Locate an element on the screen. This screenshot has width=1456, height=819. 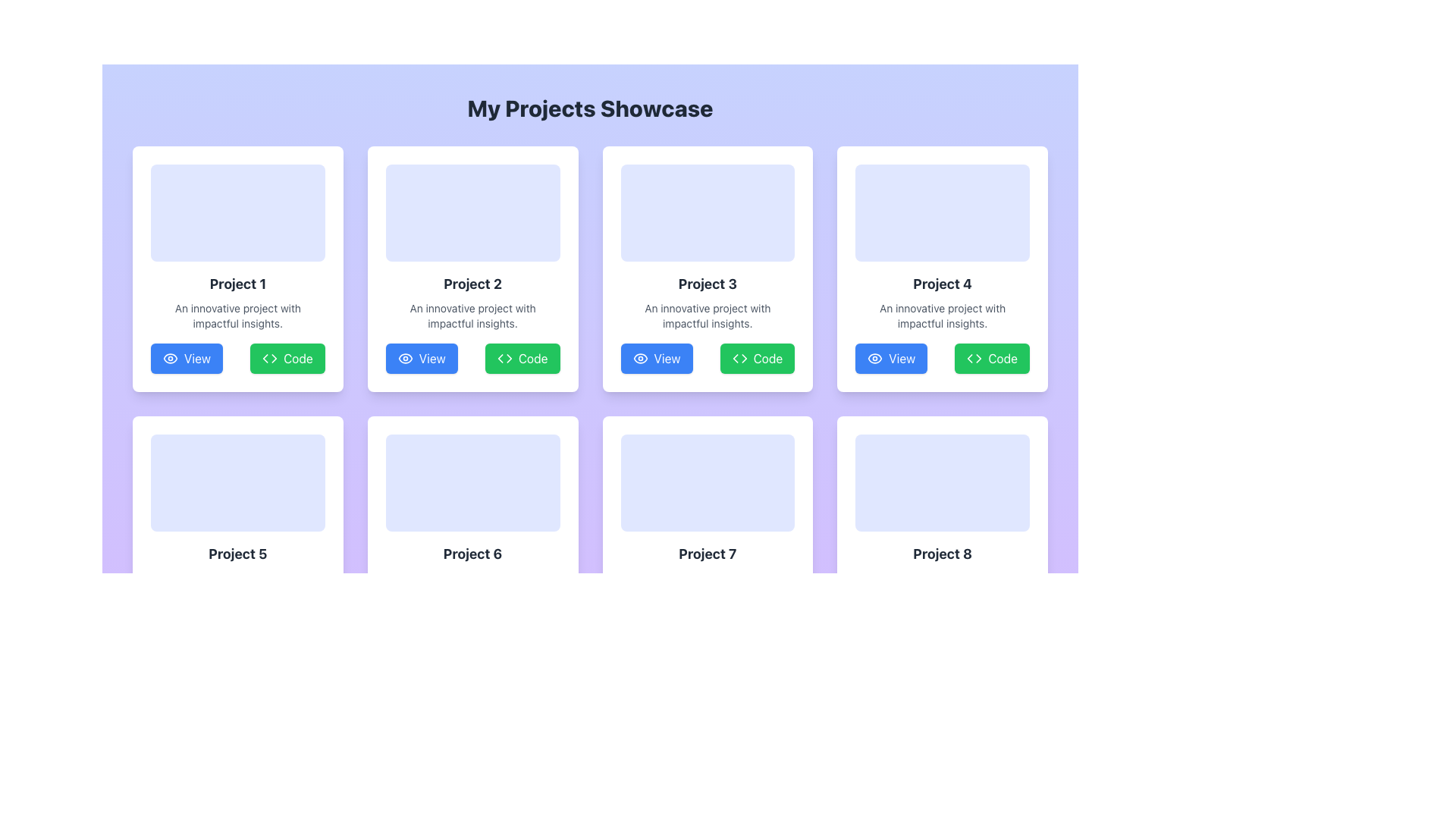
the button associated with 'Project 2', which is the second button in the row of buttons at the bottom of its card is located at coordinates (522, 359).